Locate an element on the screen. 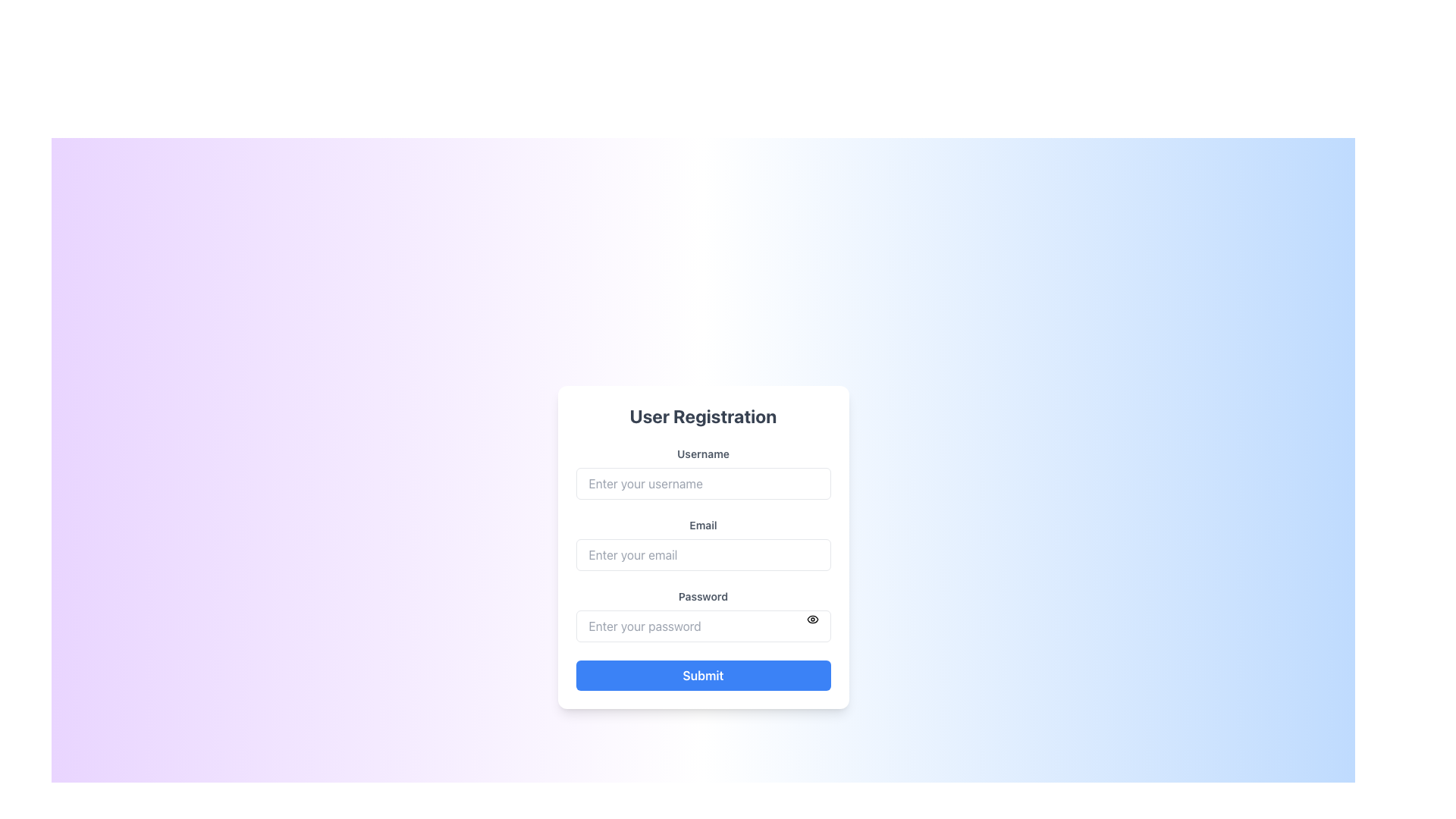 This screenshot has width=1456, height=819. the 'Email' input field to focus on it, which is the second input field on the user registration form, located between the 'Username' and 'Password' fields is located at coordinates (702, 543).